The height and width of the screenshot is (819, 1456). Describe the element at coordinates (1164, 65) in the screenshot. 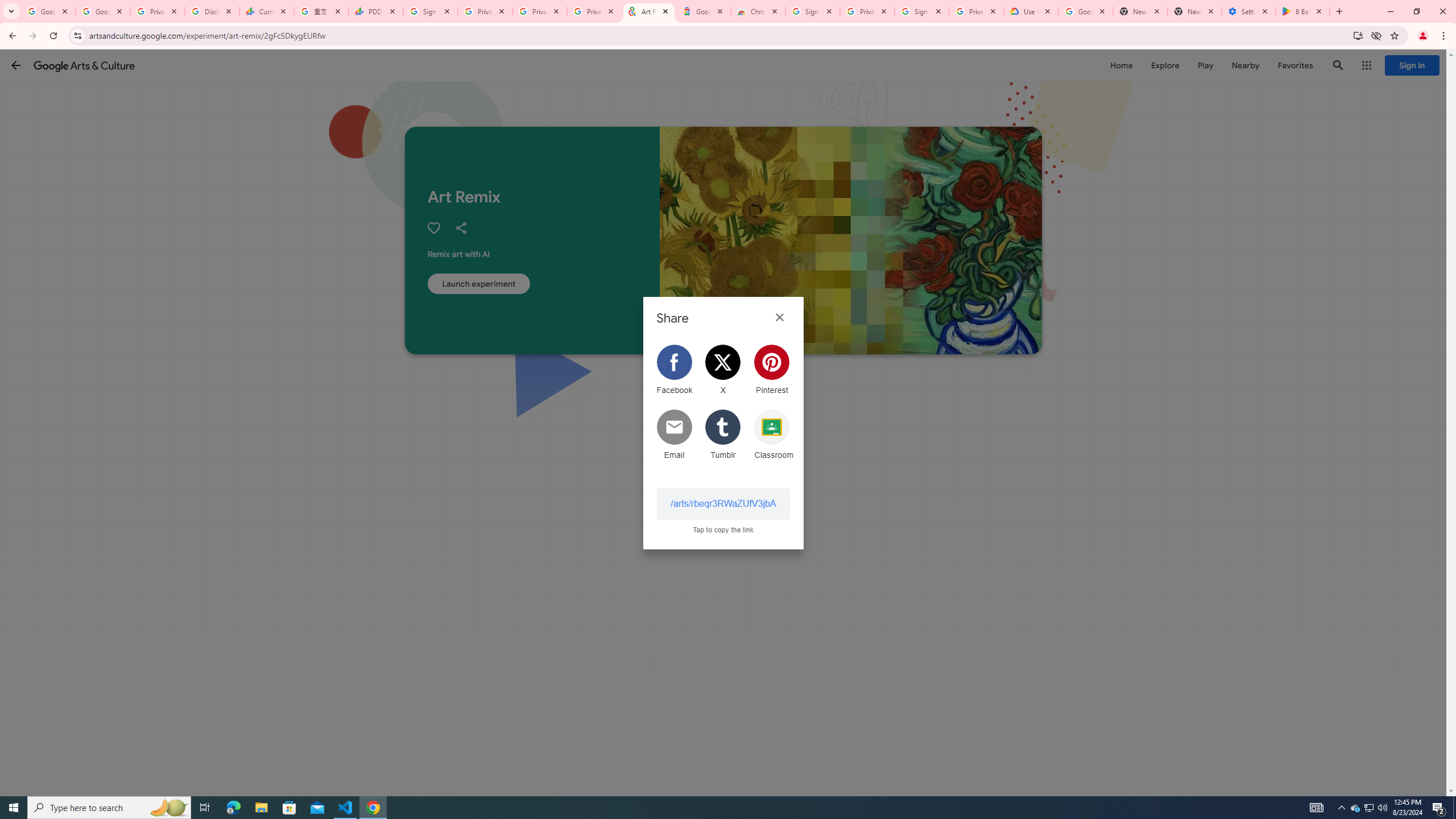

I see `'Explore'` at that location.